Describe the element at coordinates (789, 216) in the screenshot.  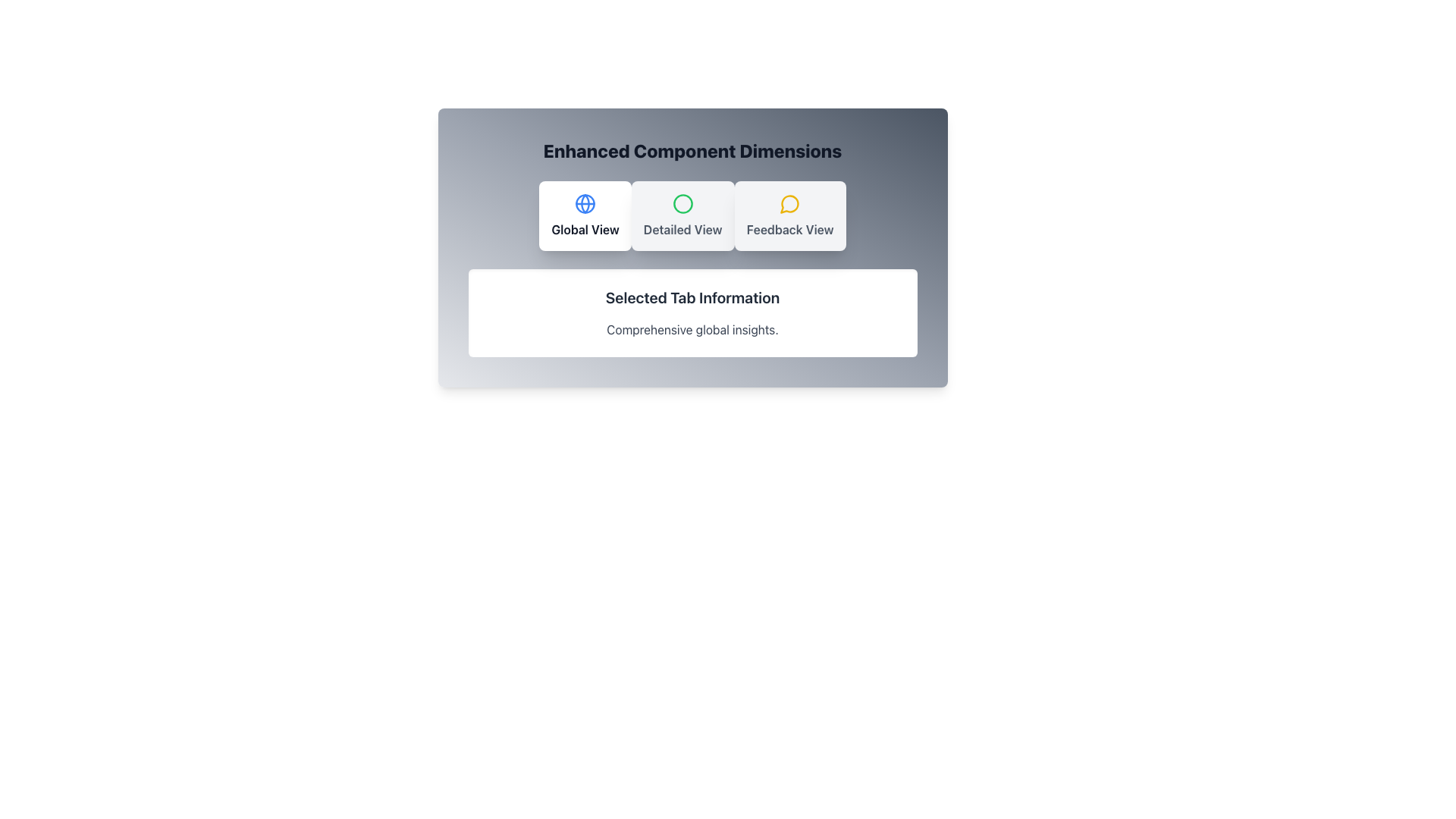
I see `the 'Feedback View' button, which is a rectangular button with a rounded border, a grey background, and a yellow speech bubble icon above the text in bold grey font` at that location.